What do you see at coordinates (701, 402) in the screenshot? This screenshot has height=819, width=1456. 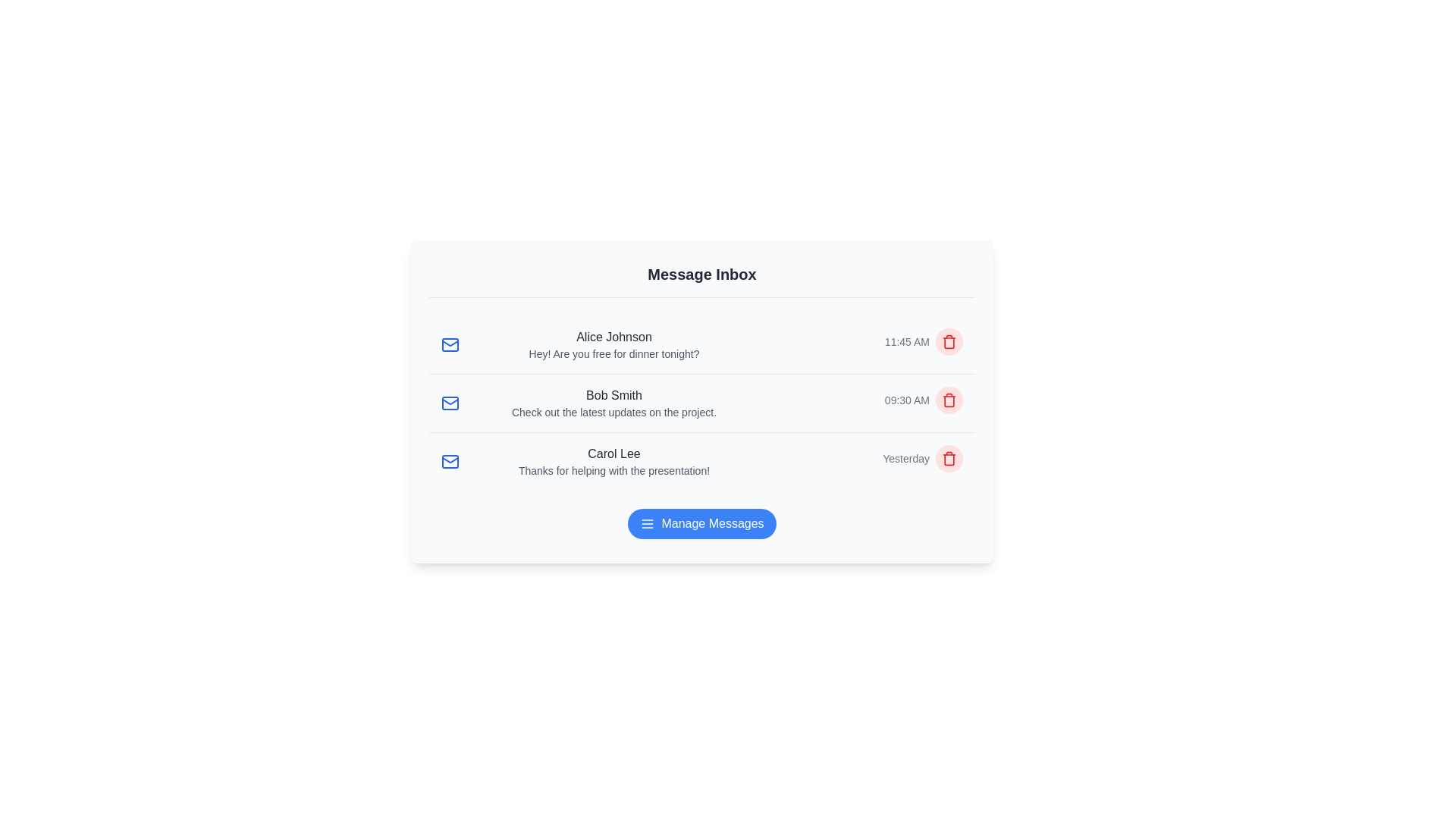 I see `the message row corresponding to Bob Smith` at bounding box center [701, 402].